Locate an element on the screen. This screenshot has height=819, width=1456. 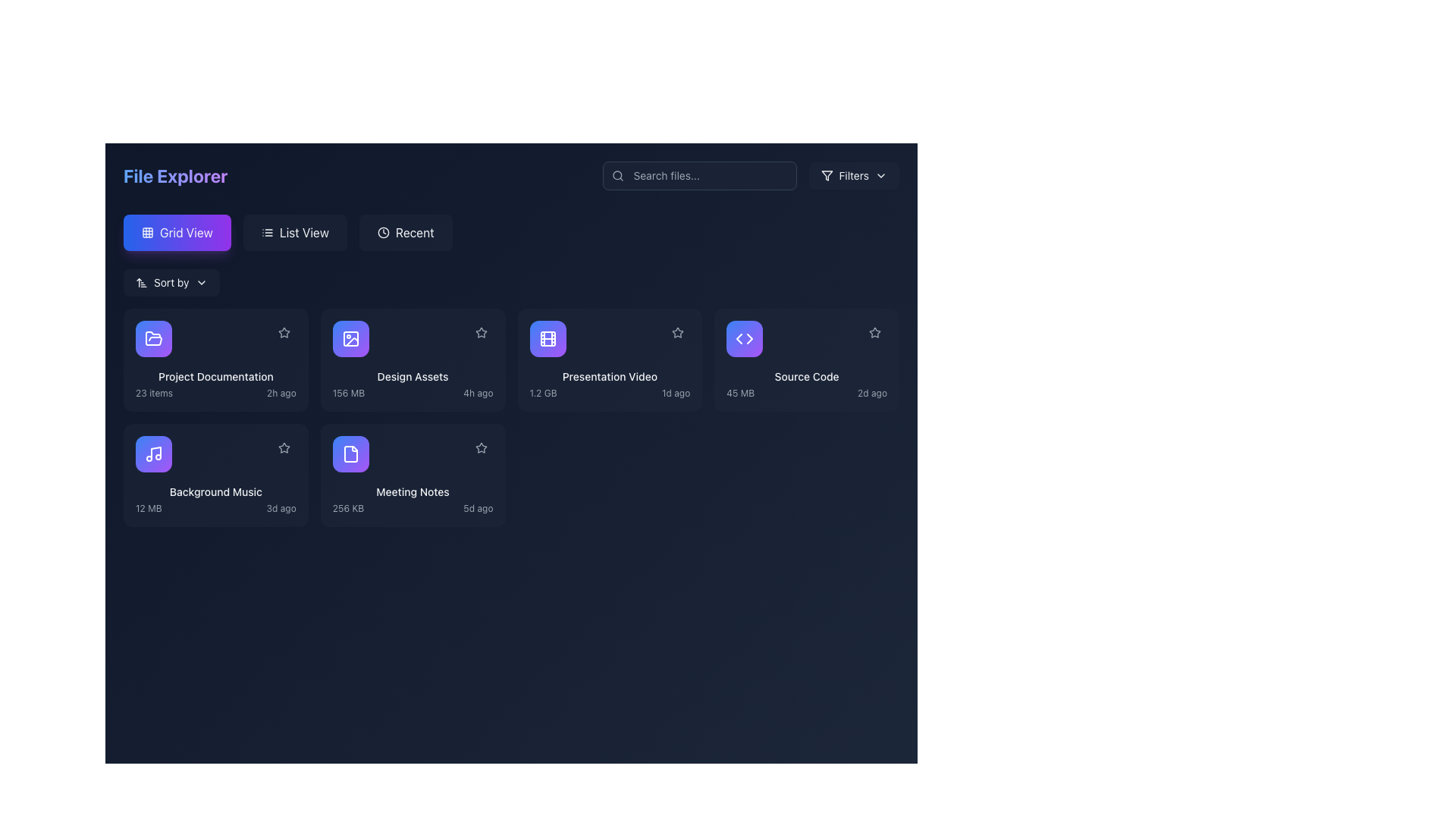
the text element displaying the file size for 'Design Assets' is located at coordinates (348, 393).